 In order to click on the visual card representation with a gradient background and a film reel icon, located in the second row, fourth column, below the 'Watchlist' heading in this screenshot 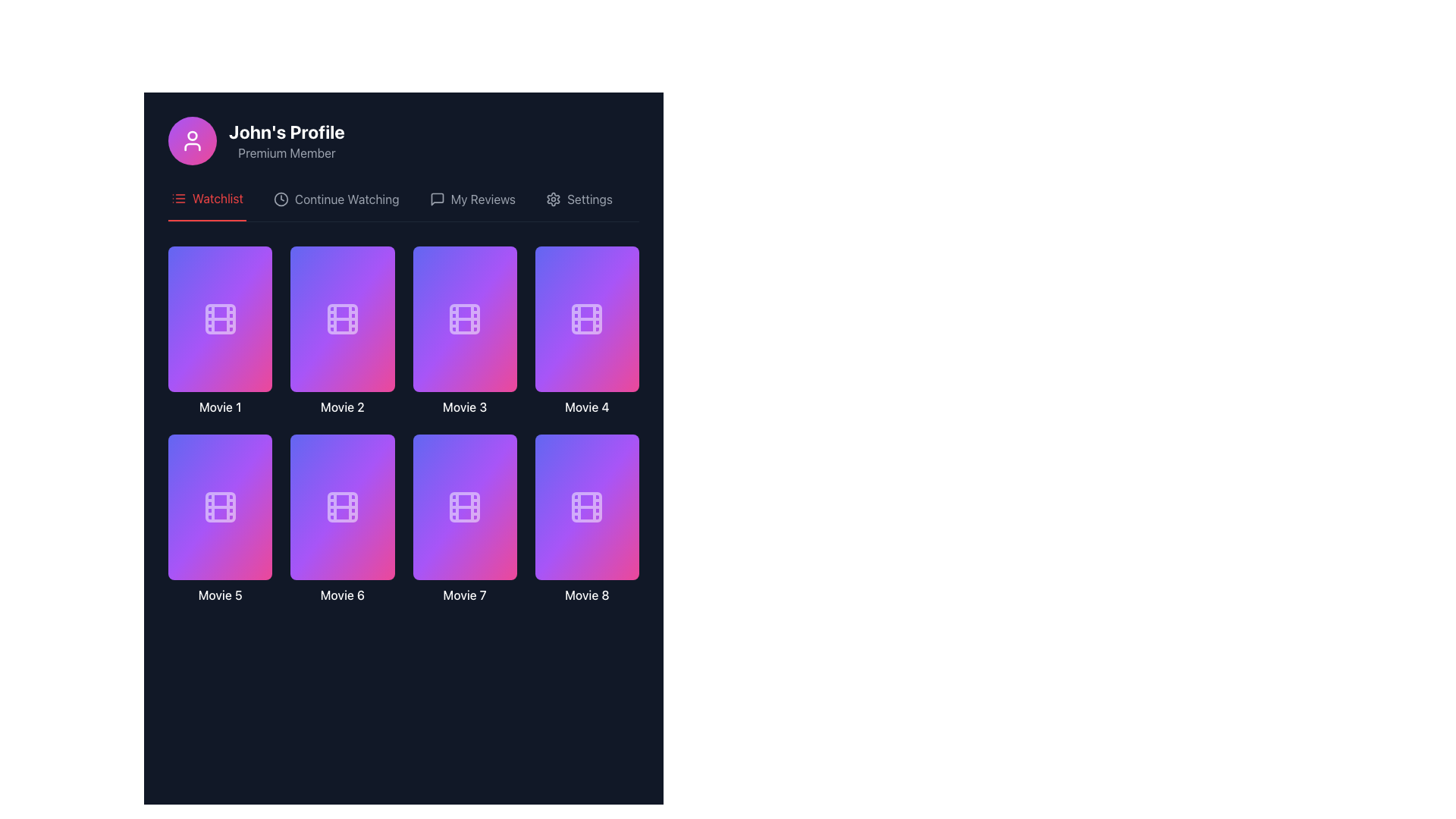, I will do `click(586, 507)`.